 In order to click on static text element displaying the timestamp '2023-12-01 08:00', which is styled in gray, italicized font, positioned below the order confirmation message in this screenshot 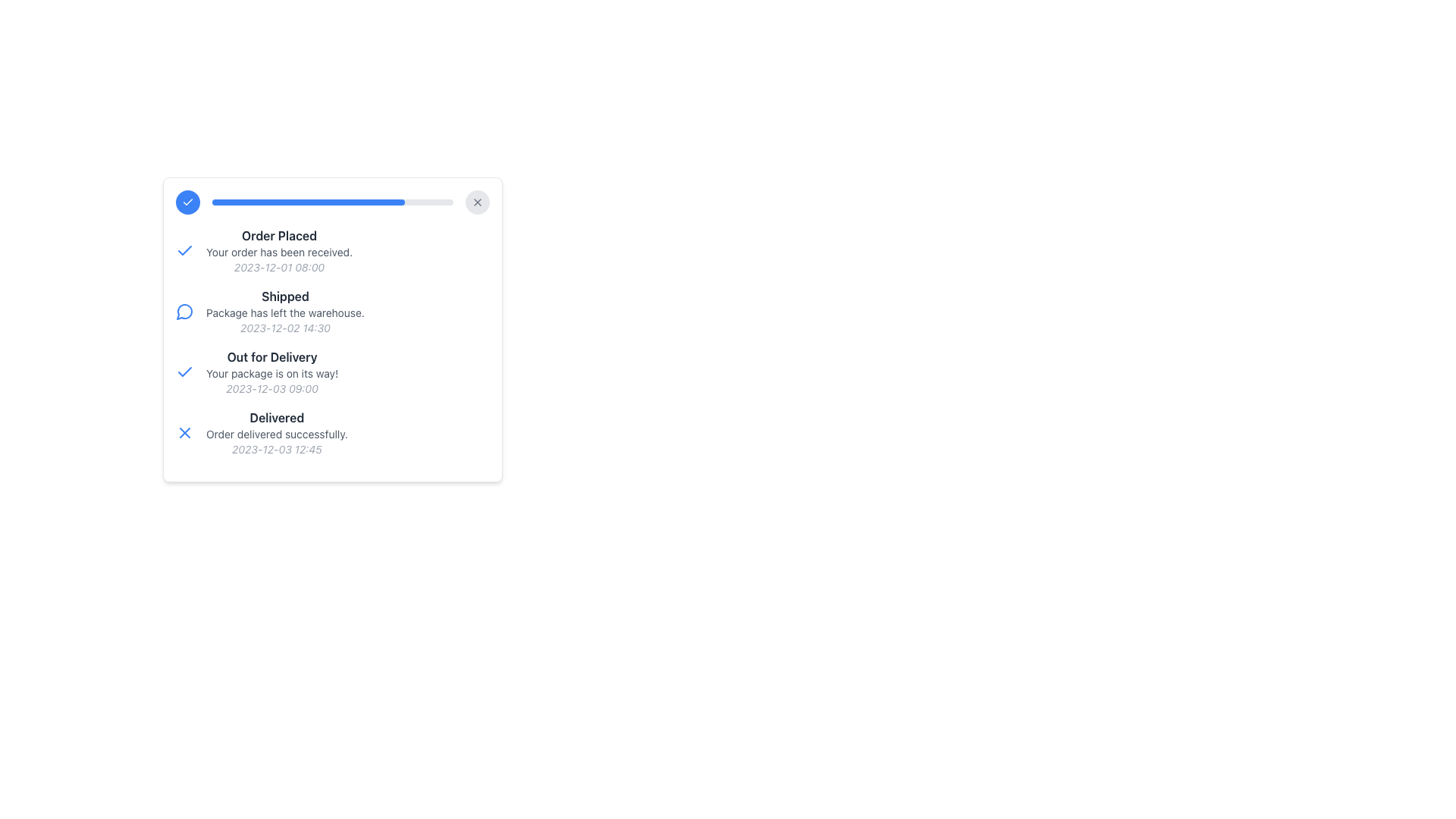, I will do `click(279, 267)`.